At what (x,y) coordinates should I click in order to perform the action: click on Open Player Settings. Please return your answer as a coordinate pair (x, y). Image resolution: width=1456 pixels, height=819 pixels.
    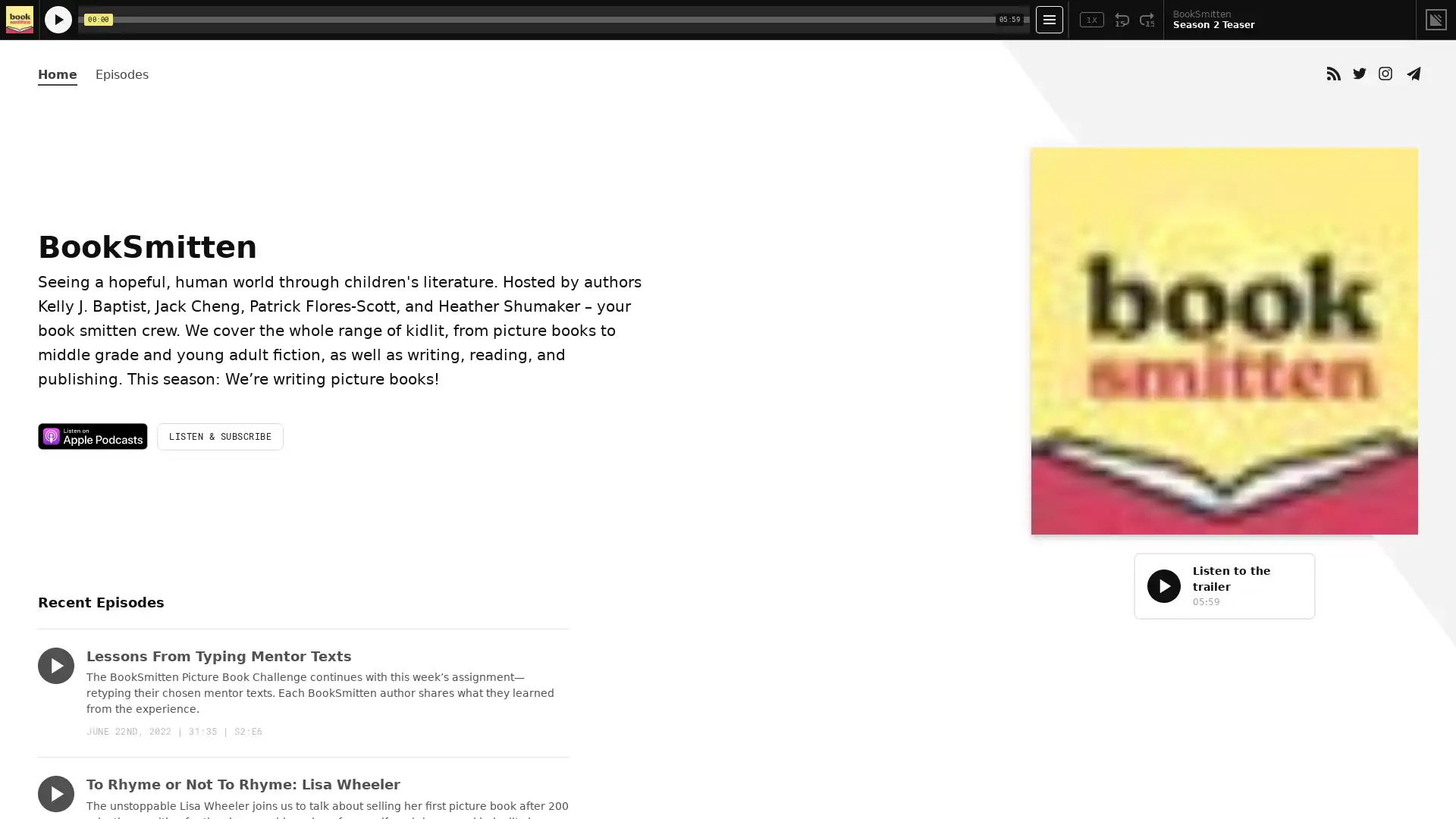
    Looking at the image, I should click on (1048, 20).